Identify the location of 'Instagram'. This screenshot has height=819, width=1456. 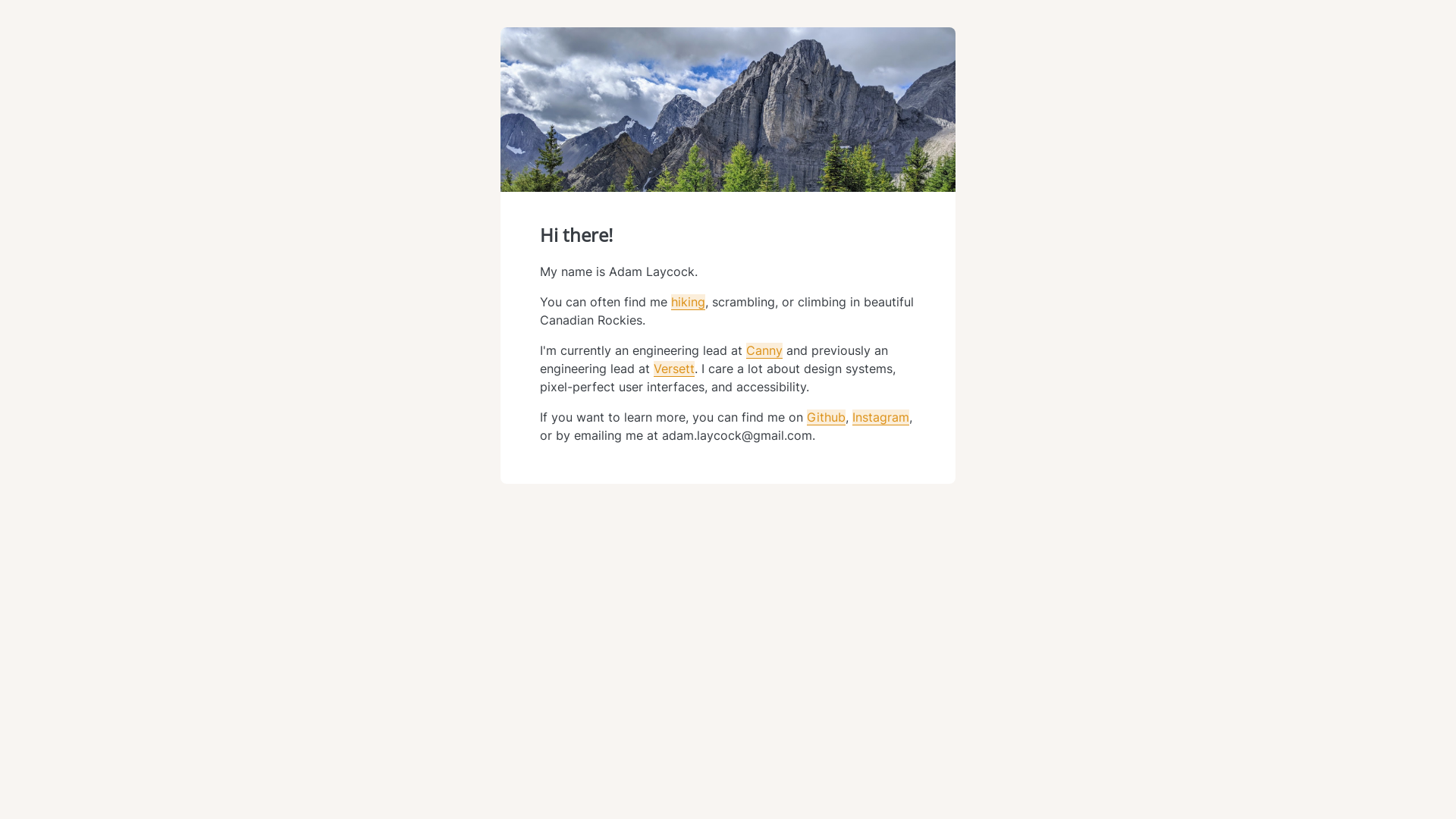
(880, 417).